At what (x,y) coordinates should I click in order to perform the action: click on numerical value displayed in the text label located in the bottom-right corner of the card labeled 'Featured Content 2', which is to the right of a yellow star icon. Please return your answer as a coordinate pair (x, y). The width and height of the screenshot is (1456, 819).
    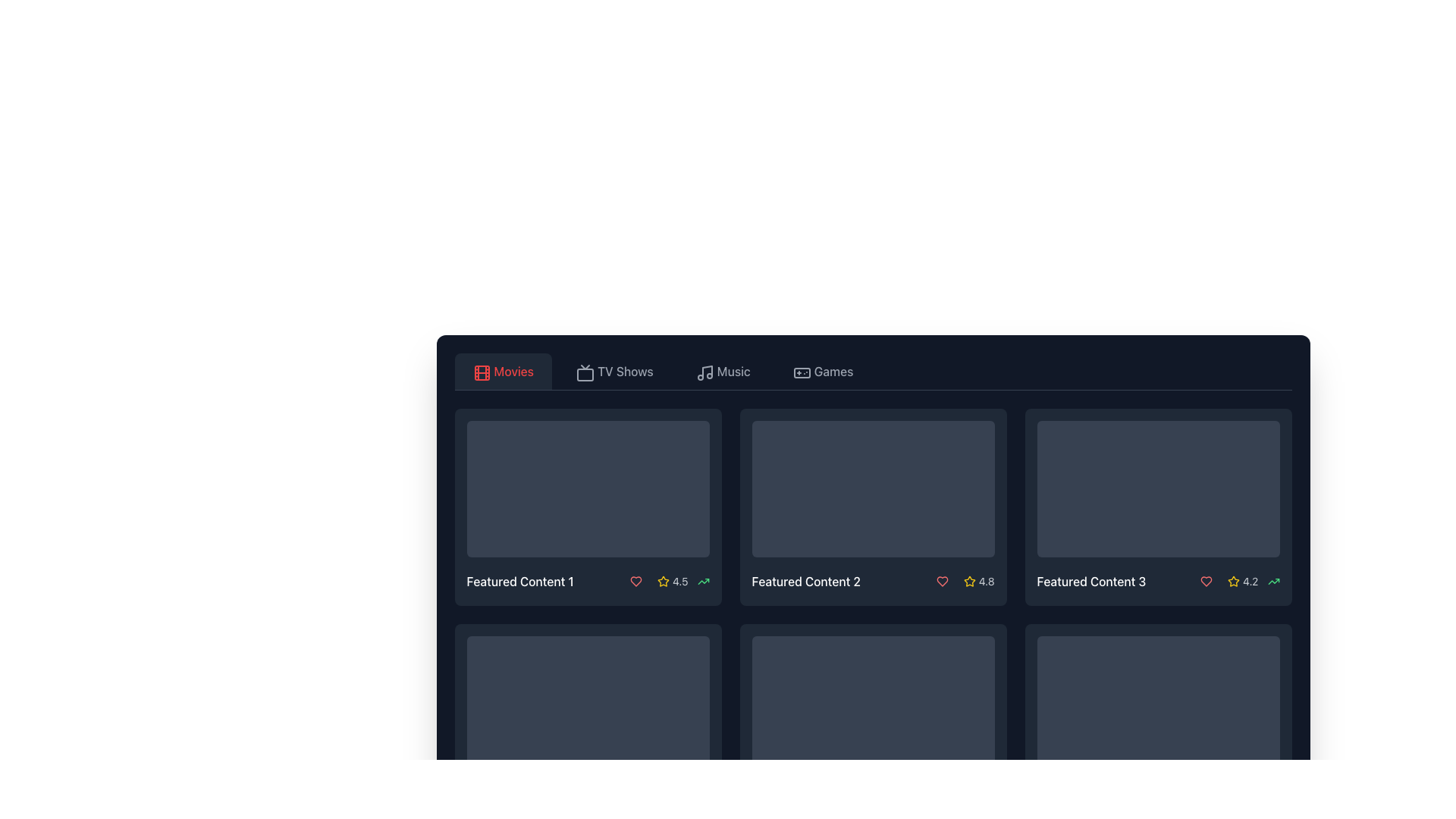
    Looking at the image, I should click on (987, 581).